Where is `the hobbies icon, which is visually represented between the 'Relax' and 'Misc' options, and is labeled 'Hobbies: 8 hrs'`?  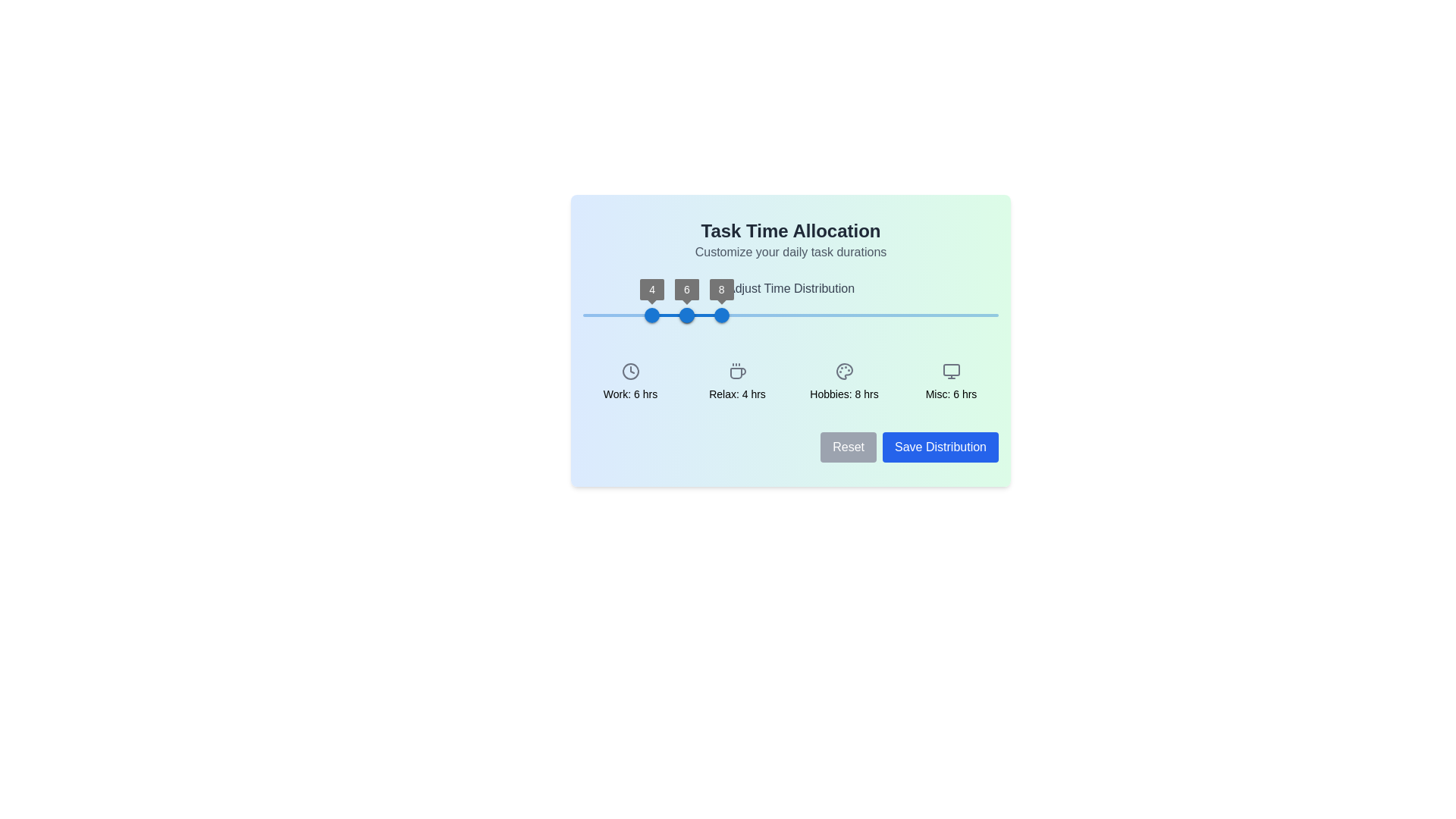 the hobbies icon, which is visually represented between the 'Relax' and 'Misc' options, and is labeled 'Hobbies: 8 hrs' is located at coordinates (843, 371).